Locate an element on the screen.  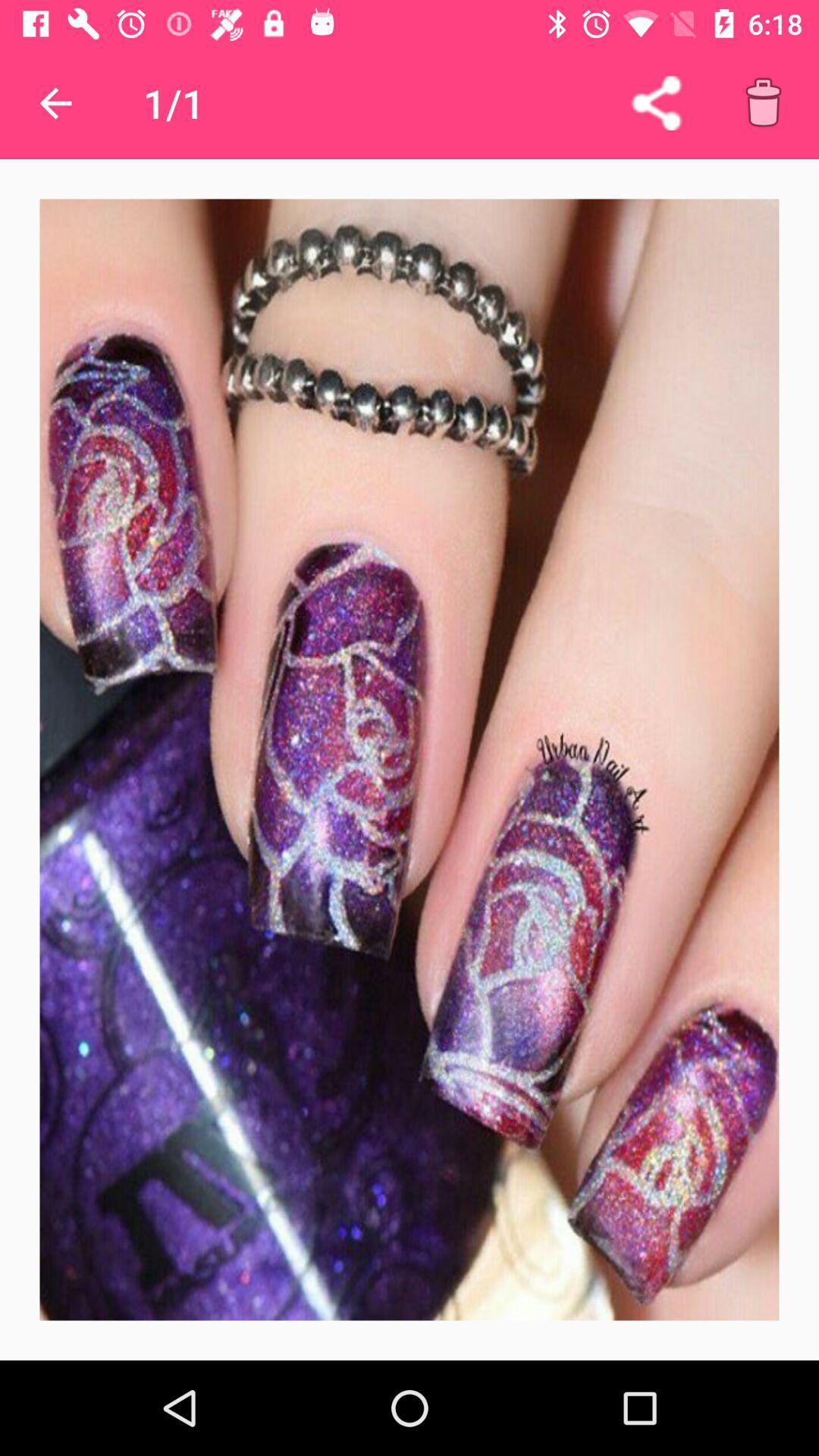
delete is located at coordinates (763, 102).